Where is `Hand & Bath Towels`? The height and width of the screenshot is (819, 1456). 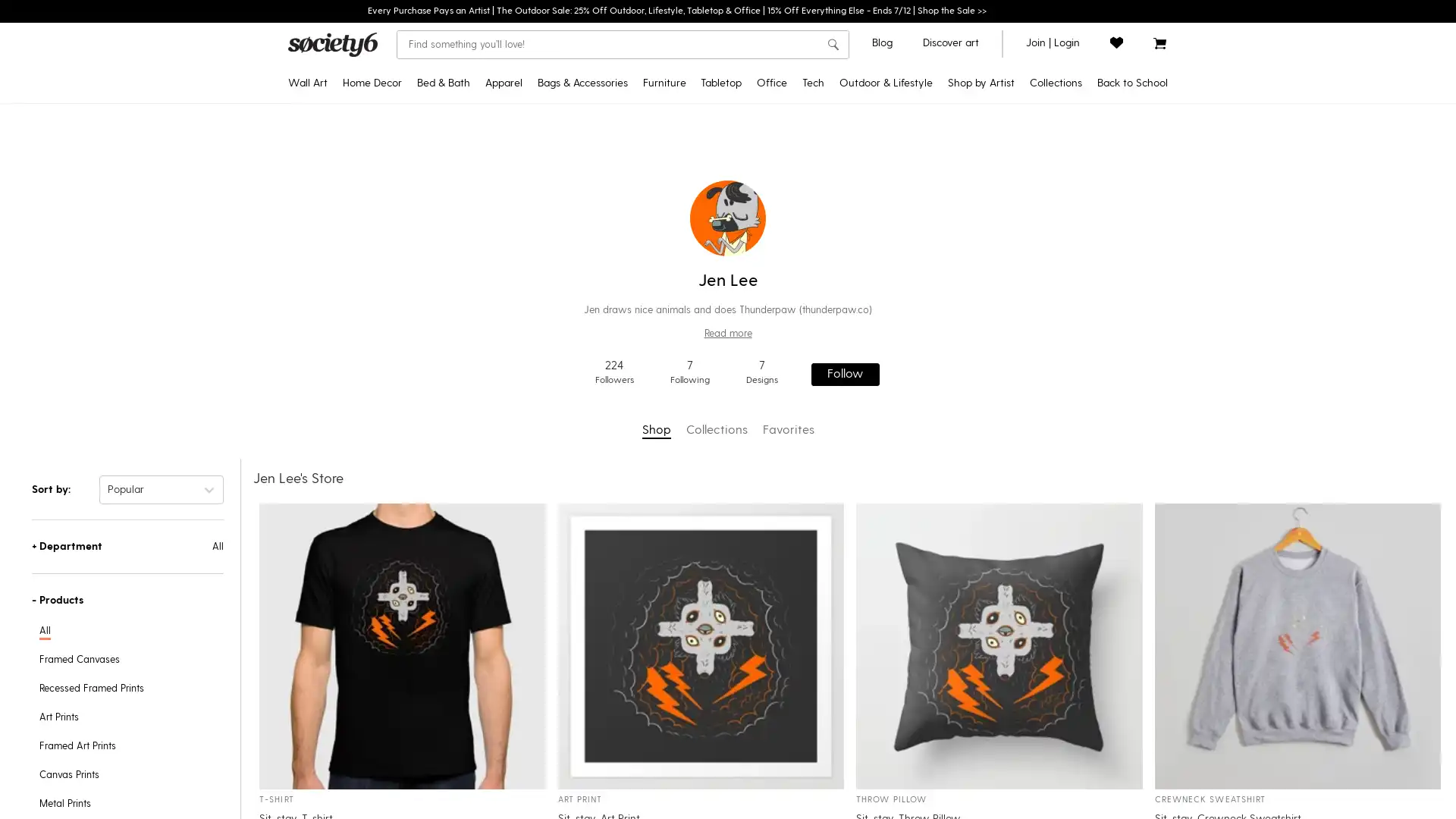
Hand & Bath Towels is located at coordinates (475, 243).